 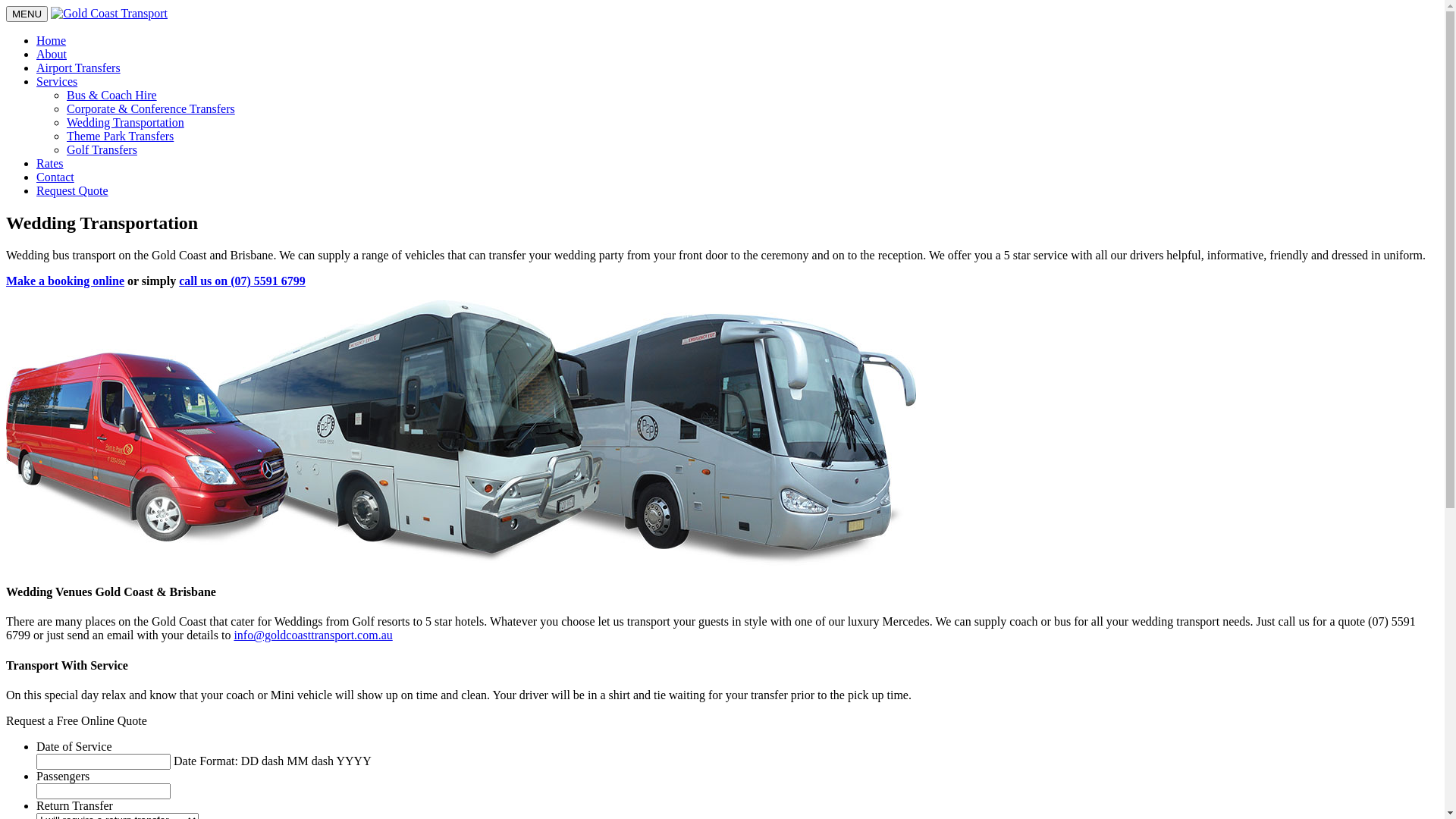 I want to click on 'Make a booking online', so click(x=64, y=281).